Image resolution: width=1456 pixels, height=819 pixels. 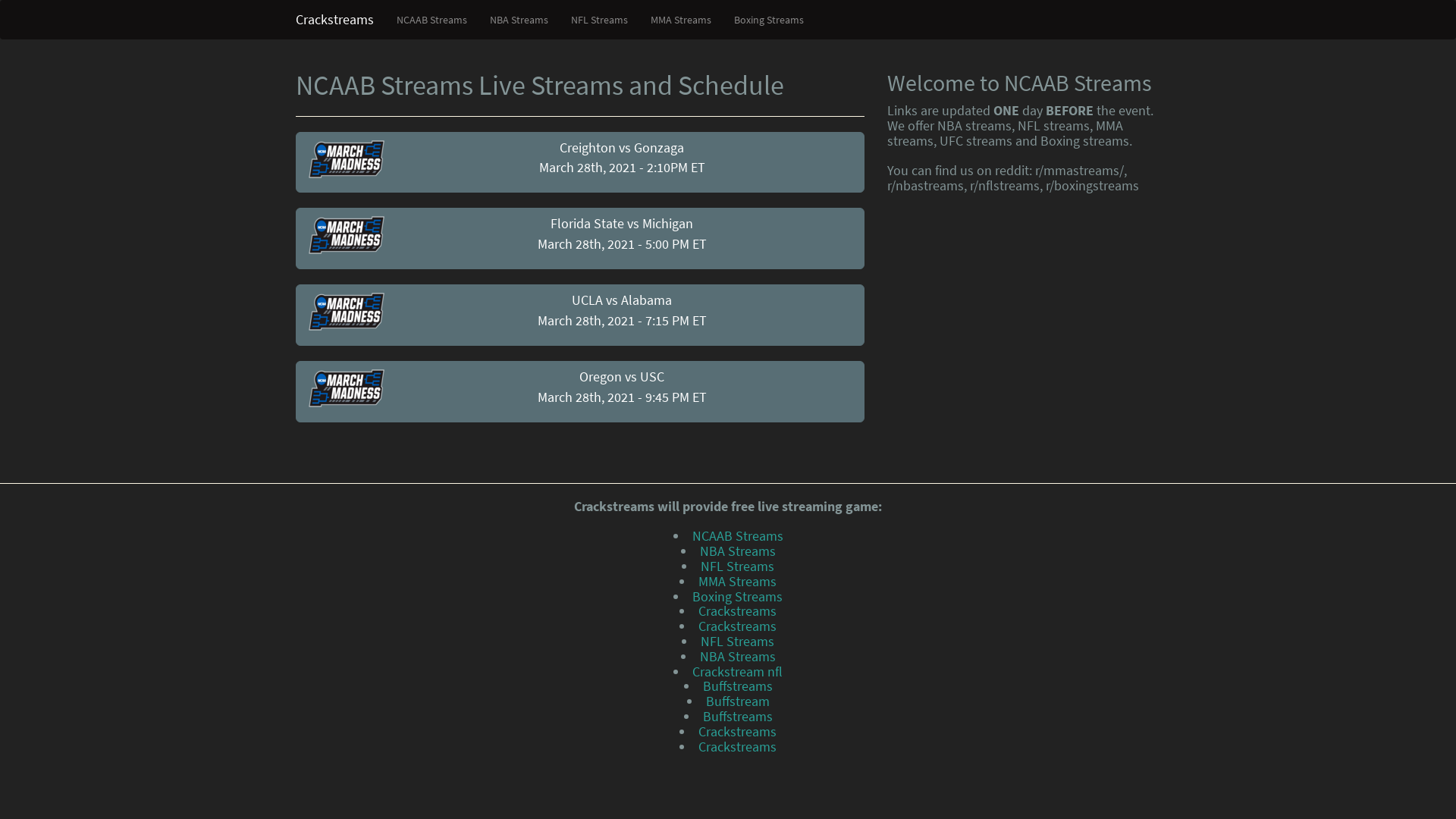 What do you see at coordinates (737, 580) in the screenshot?
I see `'MMA Streams'` at bounding box center [737, 580].